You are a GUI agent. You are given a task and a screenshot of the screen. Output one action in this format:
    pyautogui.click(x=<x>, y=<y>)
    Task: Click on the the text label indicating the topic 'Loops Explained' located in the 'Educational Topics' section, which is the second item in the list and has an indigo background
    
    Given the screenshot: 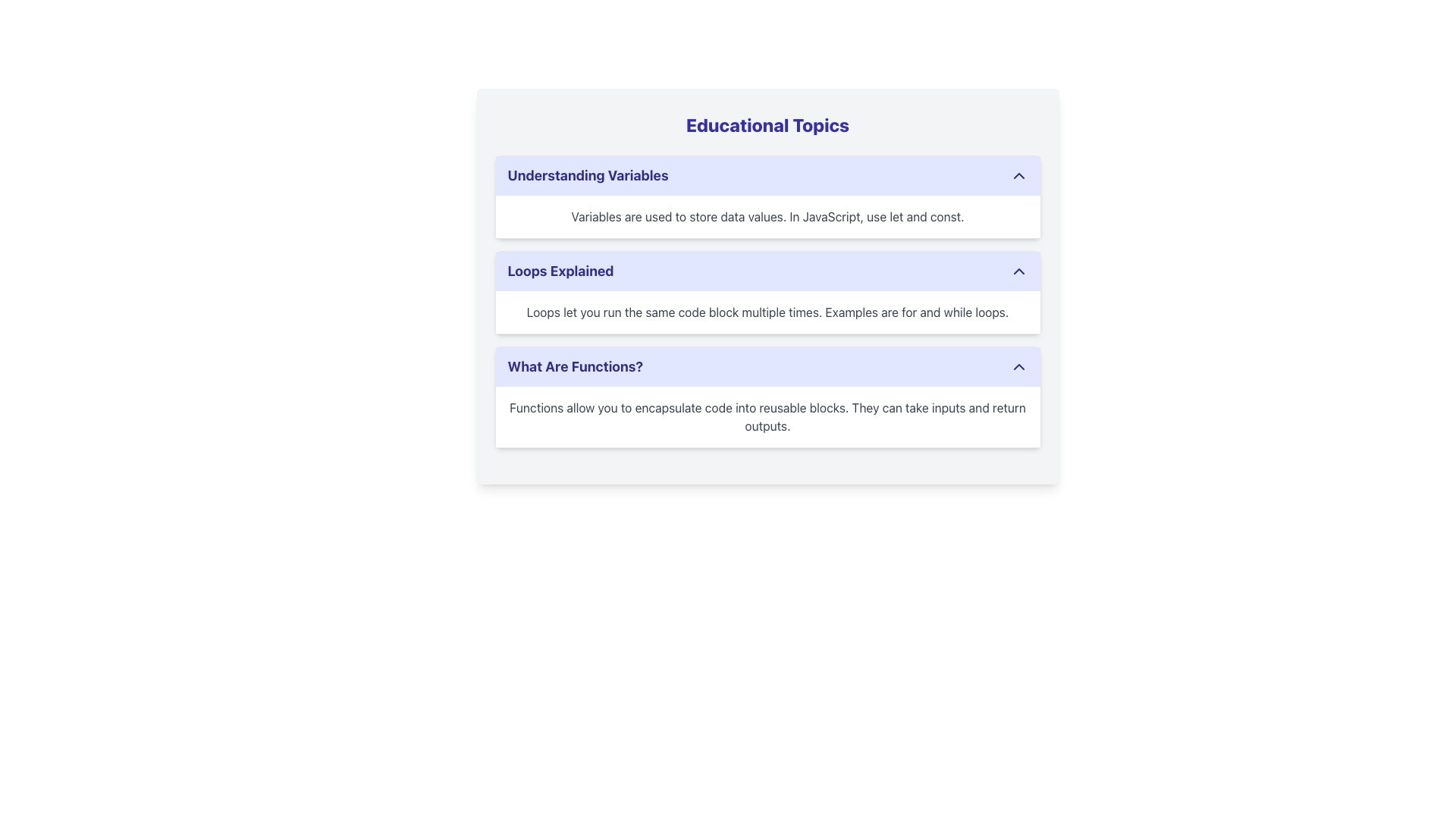 What is the action you would take?
    pyautogui.click(x=560, y=271)
    